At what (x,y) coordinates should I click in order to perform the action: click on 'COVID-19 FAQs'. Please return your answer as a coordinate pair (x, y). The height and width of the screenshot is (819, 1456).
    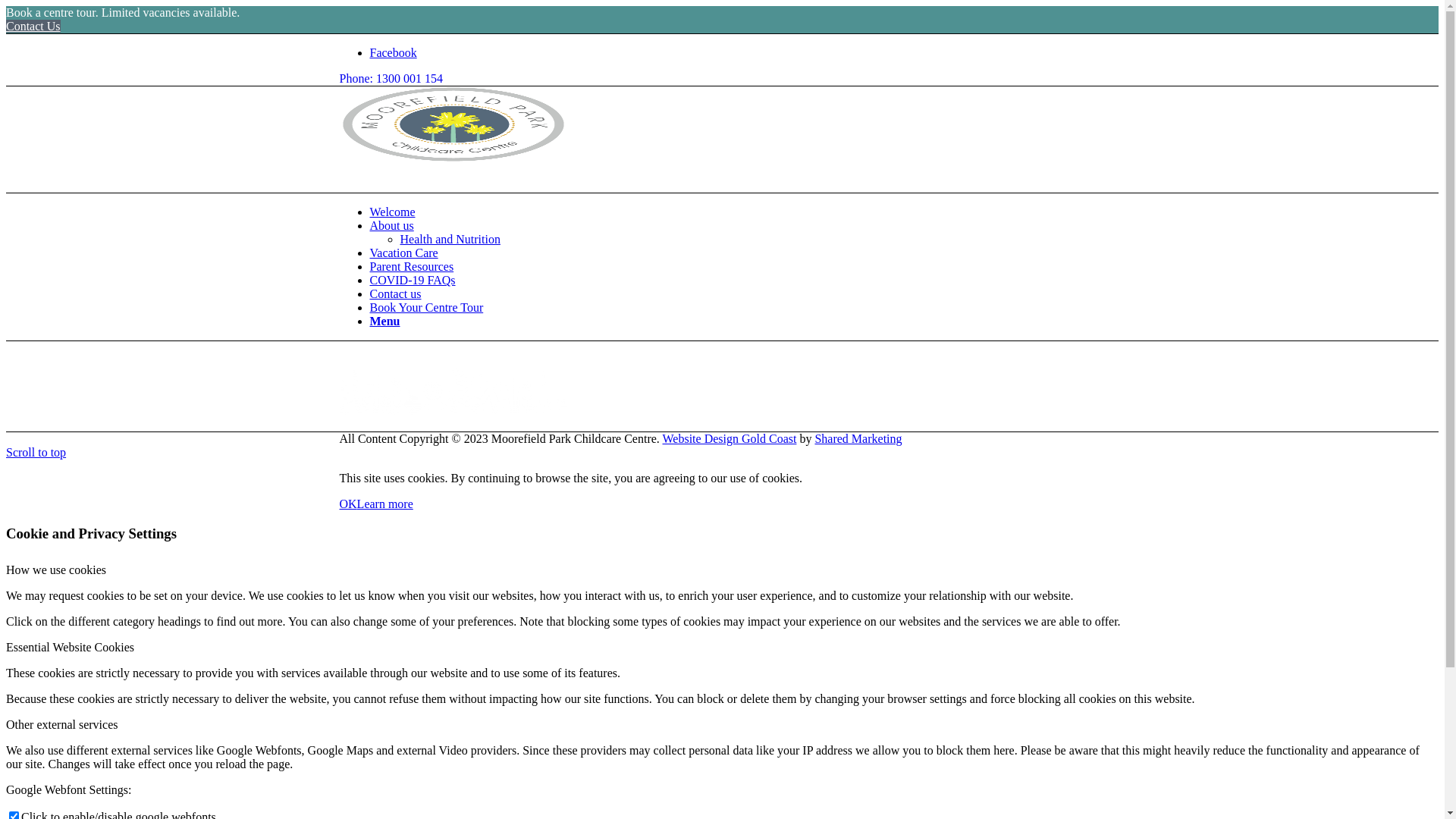
    Looking at the image, I should click on (413, 280).